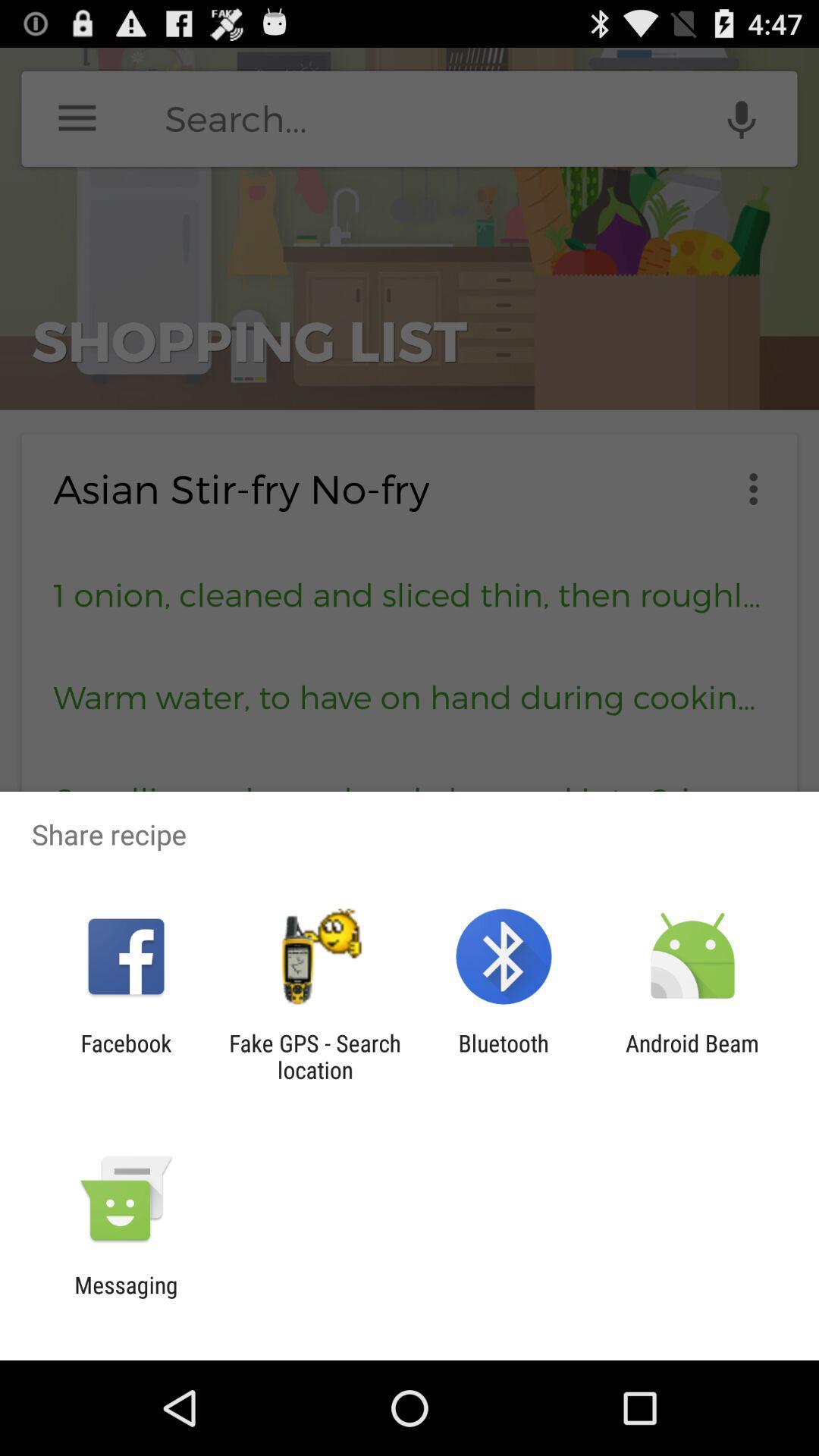  Describe the element at coordinates (692, 1056) in the screenshot. I see `the item at the bottom right corner` at that location.